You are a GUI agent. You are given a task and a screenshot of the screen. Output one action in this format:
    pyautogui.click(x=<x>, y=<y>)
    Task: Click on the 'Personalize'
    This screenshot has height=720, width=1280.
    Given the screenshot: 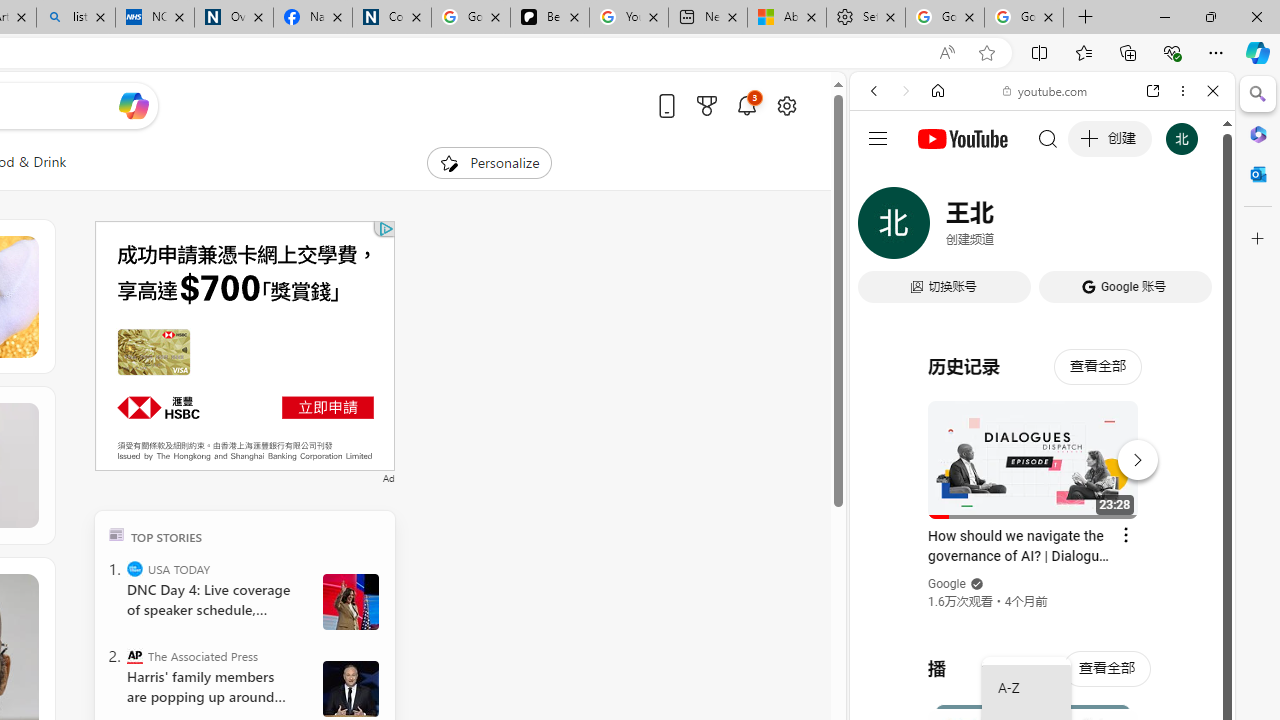 What is the action you would take?
    pyautogui.click(x=488, y=162)
    